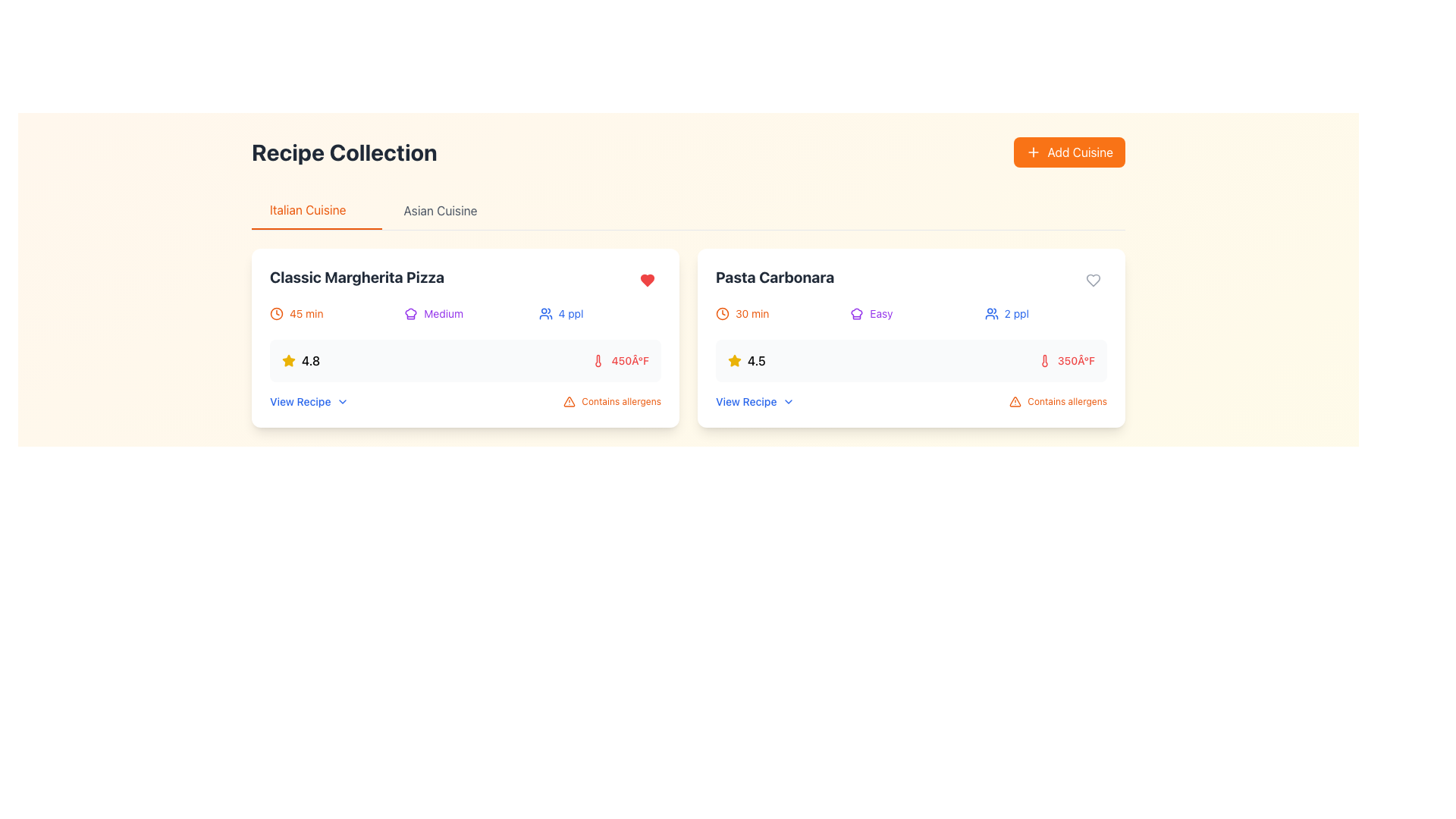 This screenshot has width=1456, height=819. Describe the element at coordinates (1065, 360) in the screenshot. I see `temperature value displayed in the Text label for the 'Pasta Carbonara' recipe, located in the second recipe card, positioned towards the right side adjacent to the thermometer icon` at that location.